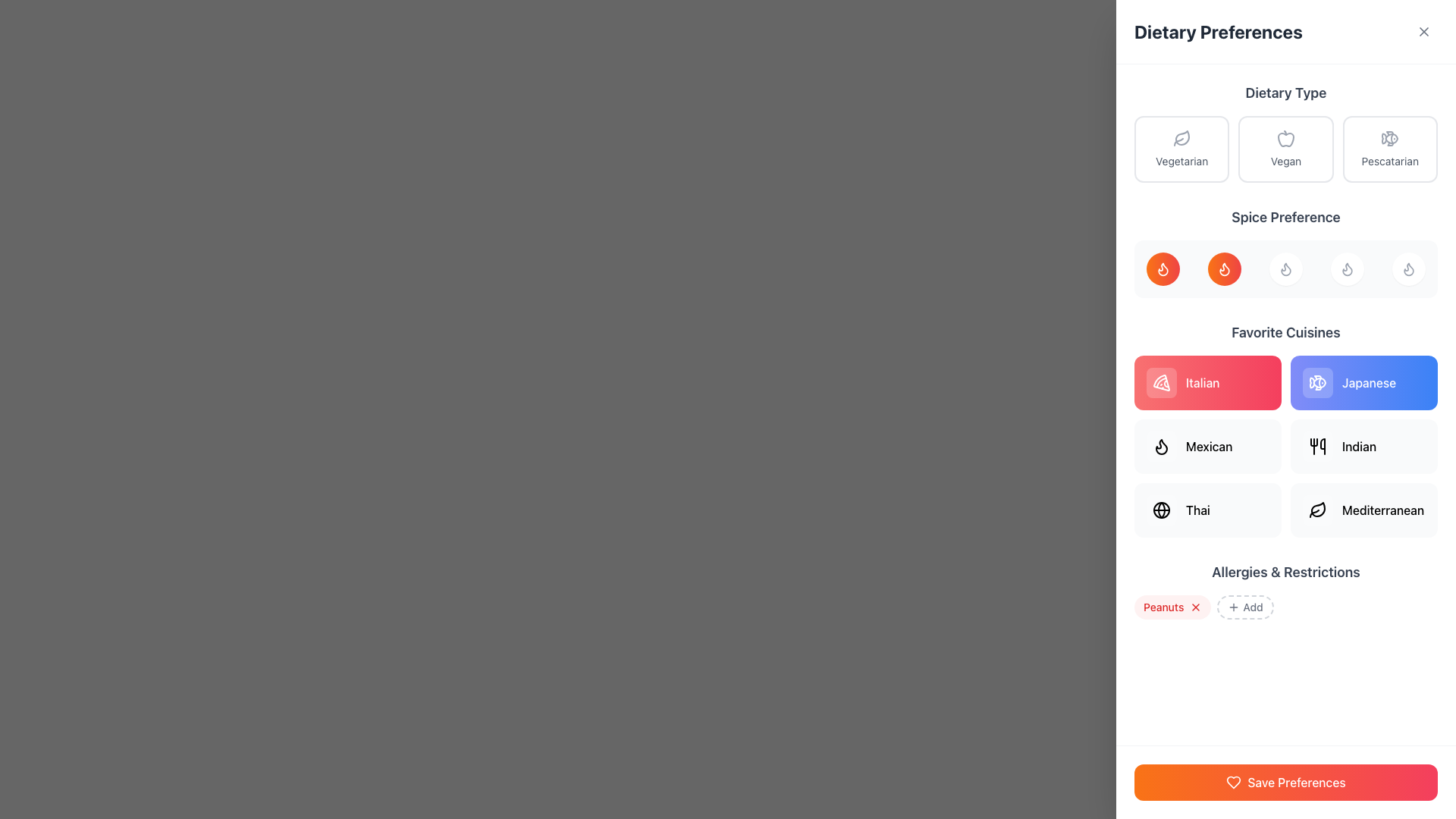 The image size is (1456, 819). What do you see at coordinates (1285, 138) in the screenshot?
I see `the gray apple icon representing the 'Vegan' dietary choice in the 'Dietary Preferences' panel` at bounding box center [1285, 138].